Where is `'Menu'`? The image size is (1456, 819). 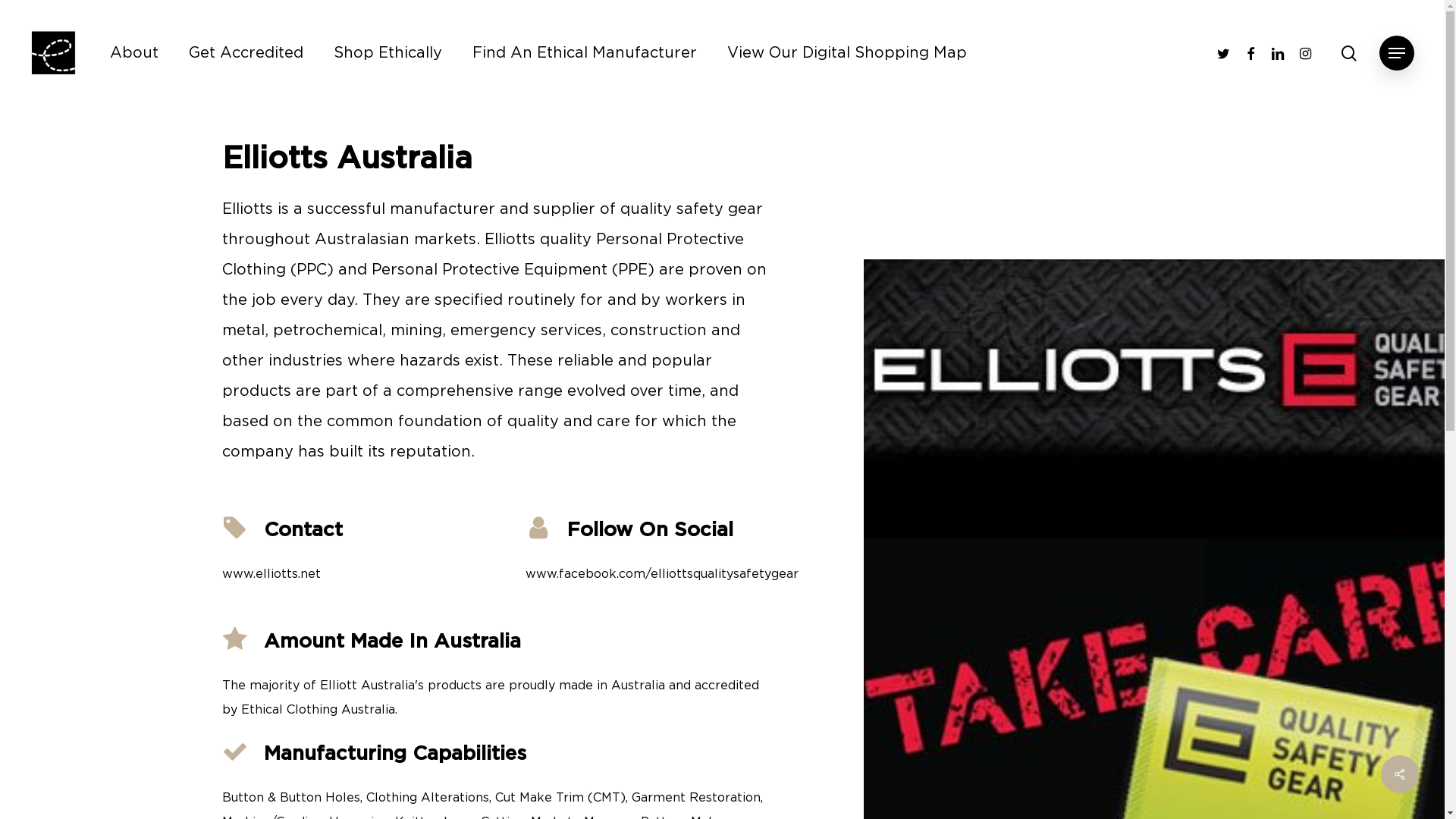
'Menu' is located at coordinates (1396, 52).